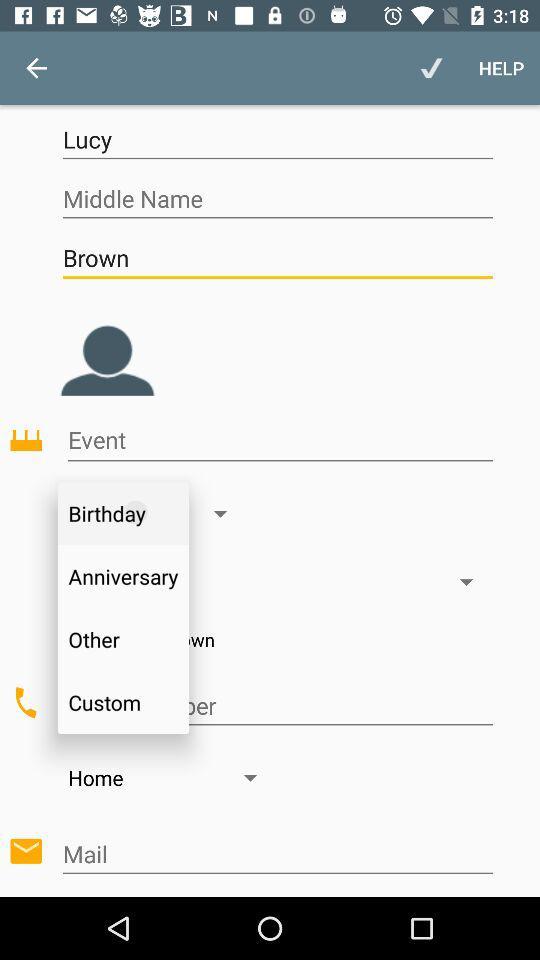 This screenshot has height=960, width=540. I want to click on icon above the brown item, so click(276, 199).